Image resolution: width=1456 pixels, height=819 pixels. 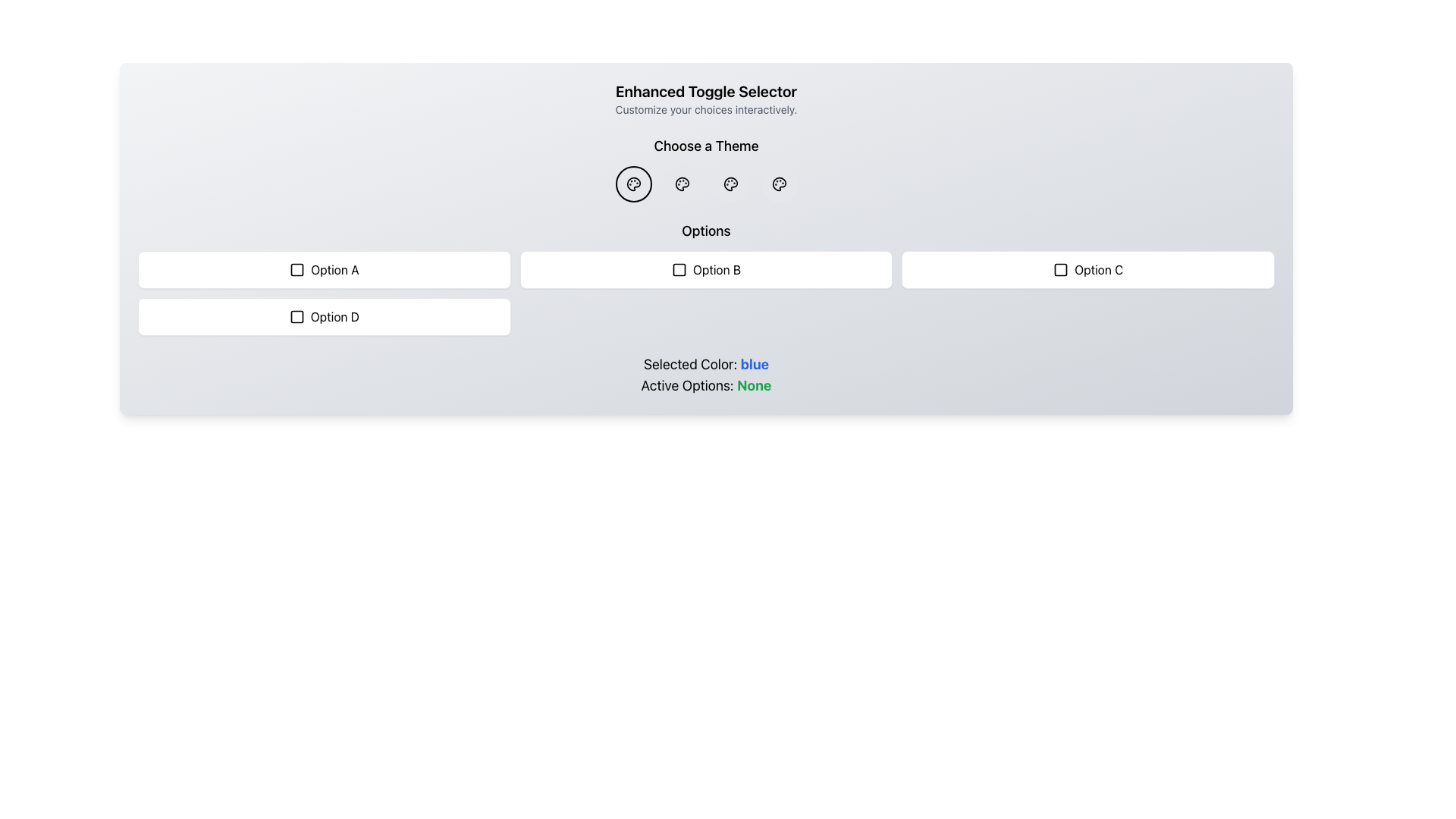 I want to click on the checkbox located to the left of the 'Option C' text, so click(x=1060, y=268).